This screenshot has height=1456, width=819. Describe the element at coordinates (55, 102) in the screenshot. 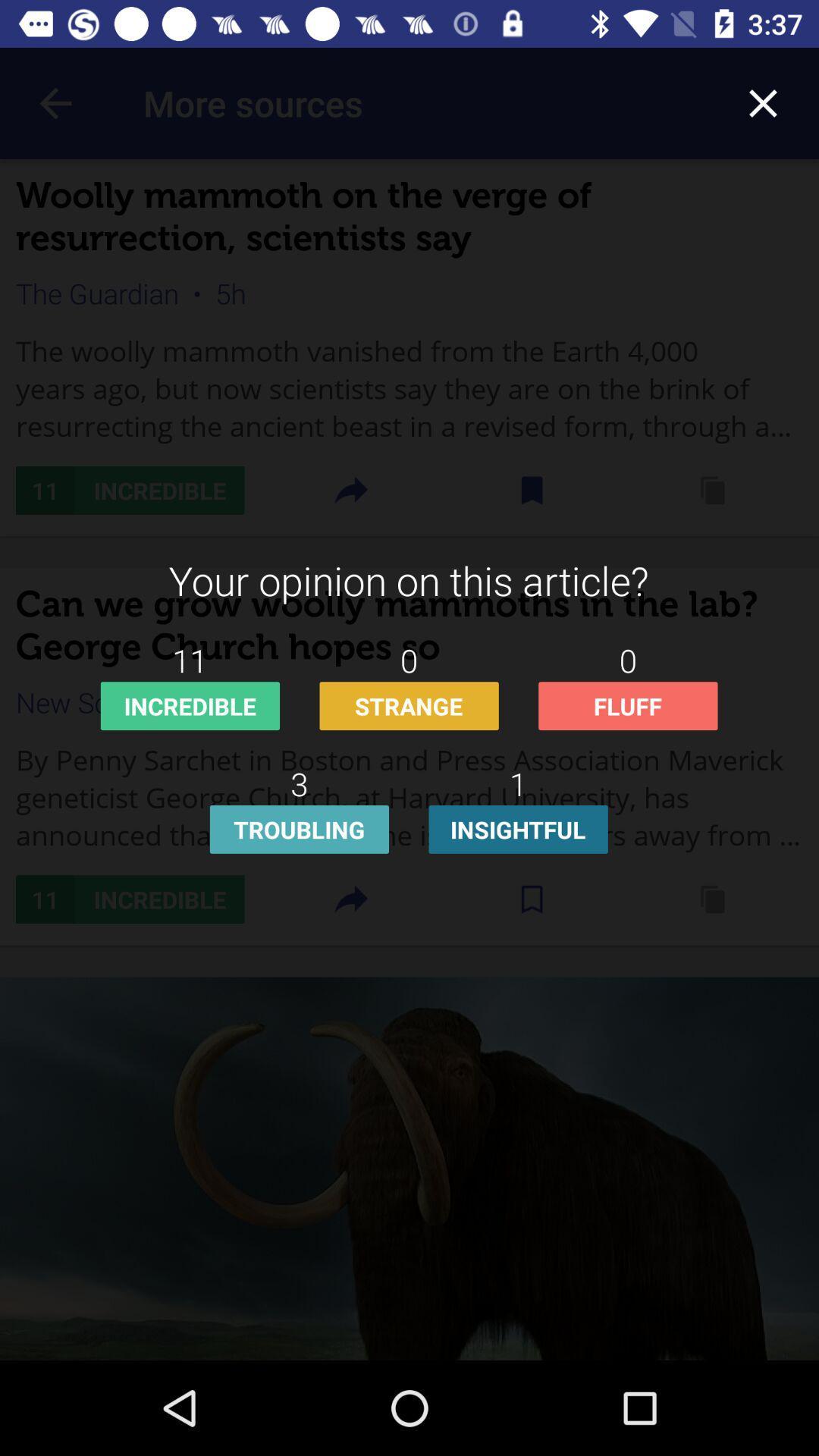

I see `icon above the woolly mammoth on icon` at that location.